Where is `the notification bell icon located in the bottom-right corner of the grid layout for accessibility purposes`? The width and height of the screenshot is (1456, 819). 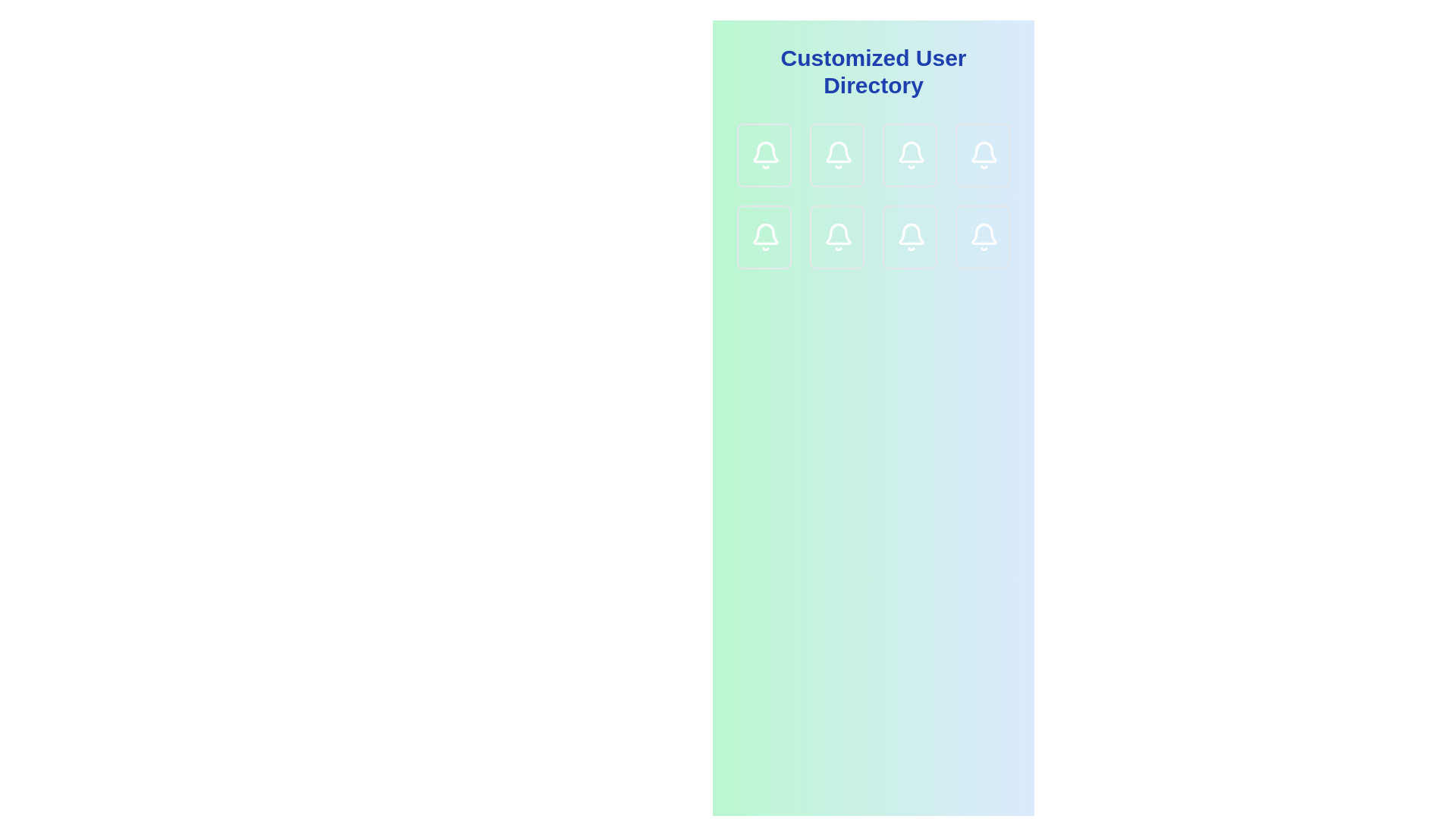
the notification bell icon located in the bottom-right corner of the grid layout for accessibility purposes is located at coordinates (984, 237).